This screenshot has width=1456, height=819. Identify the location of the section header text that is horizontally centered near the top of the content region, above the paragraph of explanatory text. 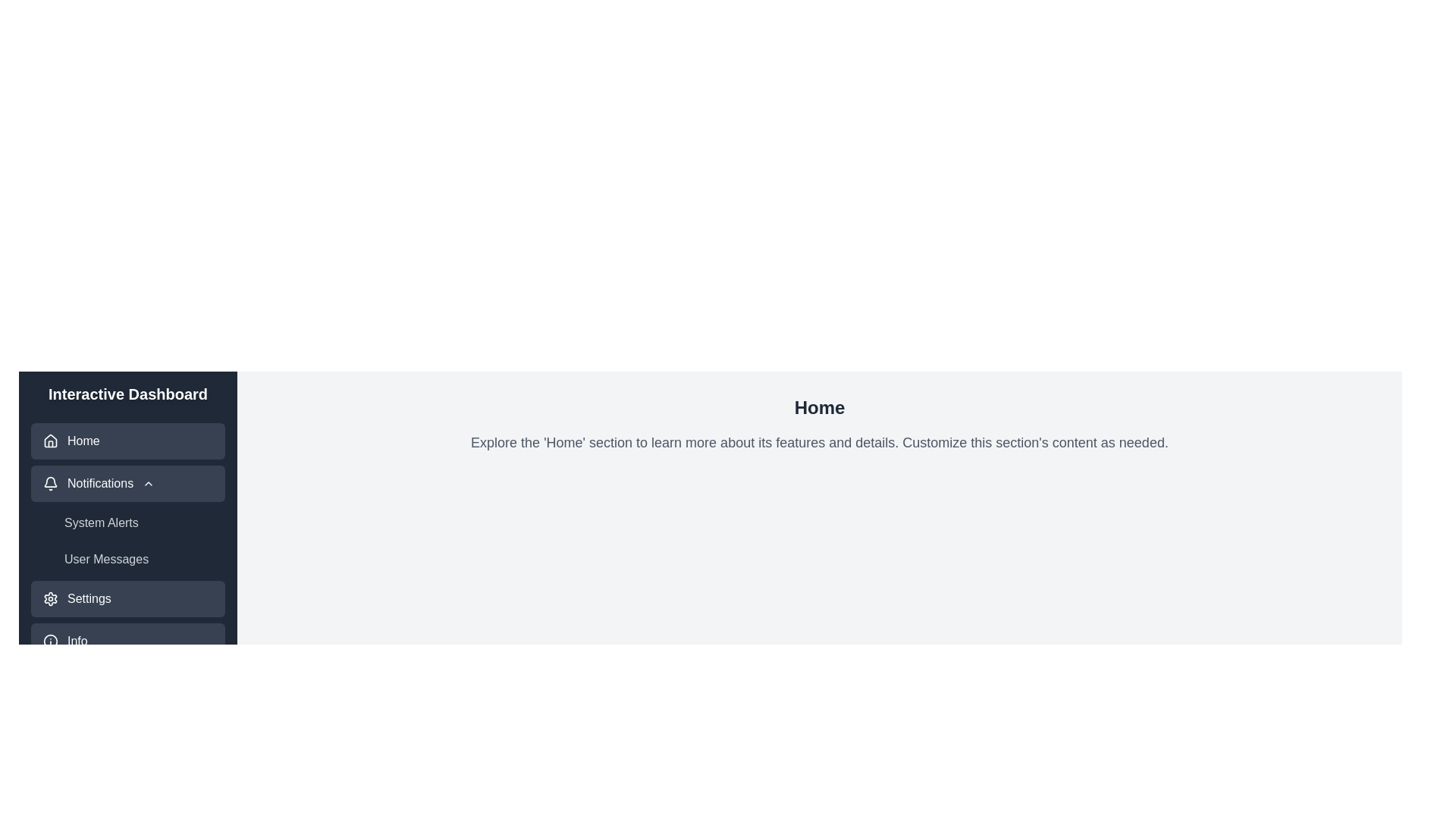
(818, 406).